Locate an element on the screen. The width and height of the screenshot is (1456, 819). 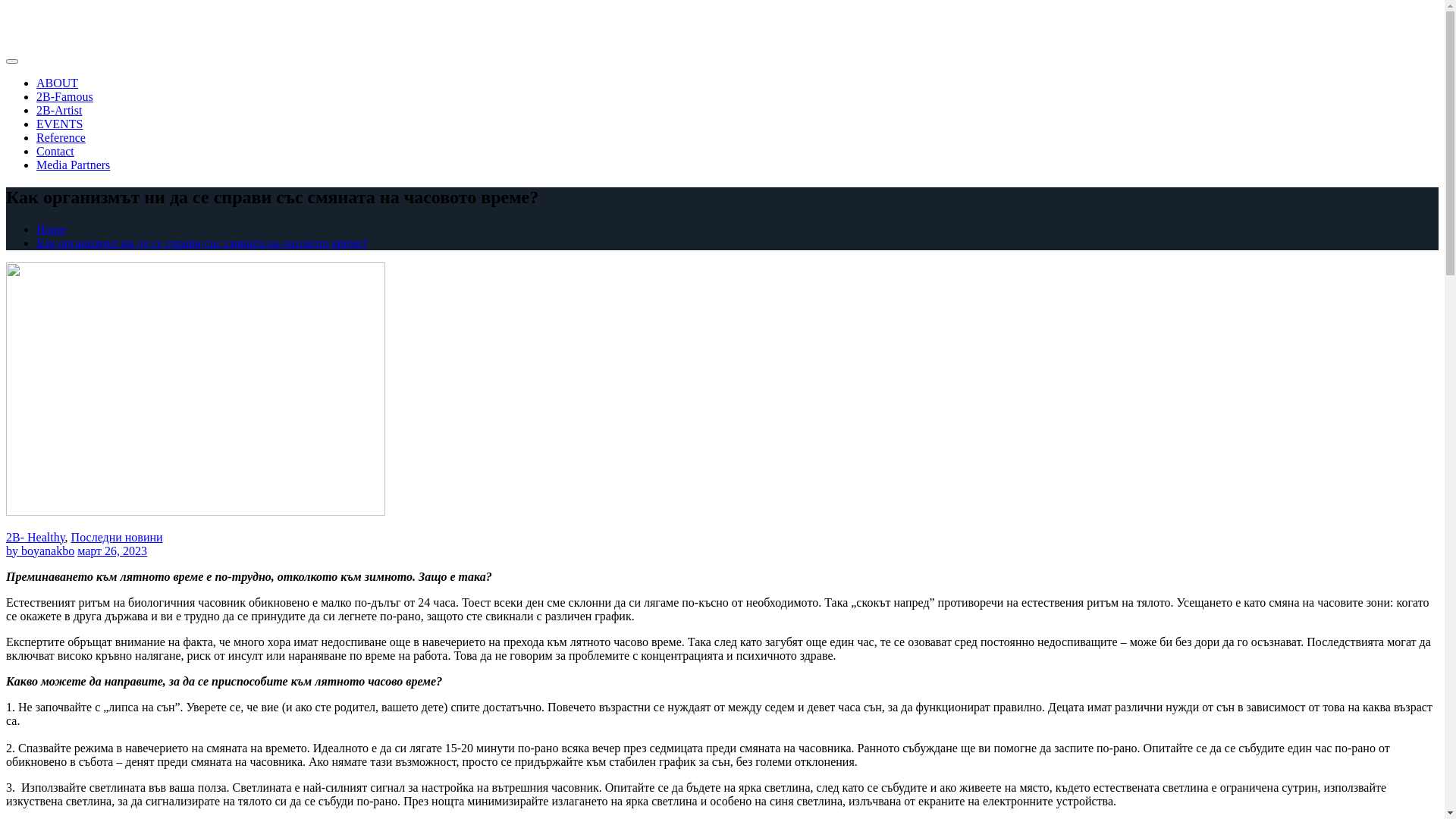
'2B-Artist' is located at coordinates (58, 109).